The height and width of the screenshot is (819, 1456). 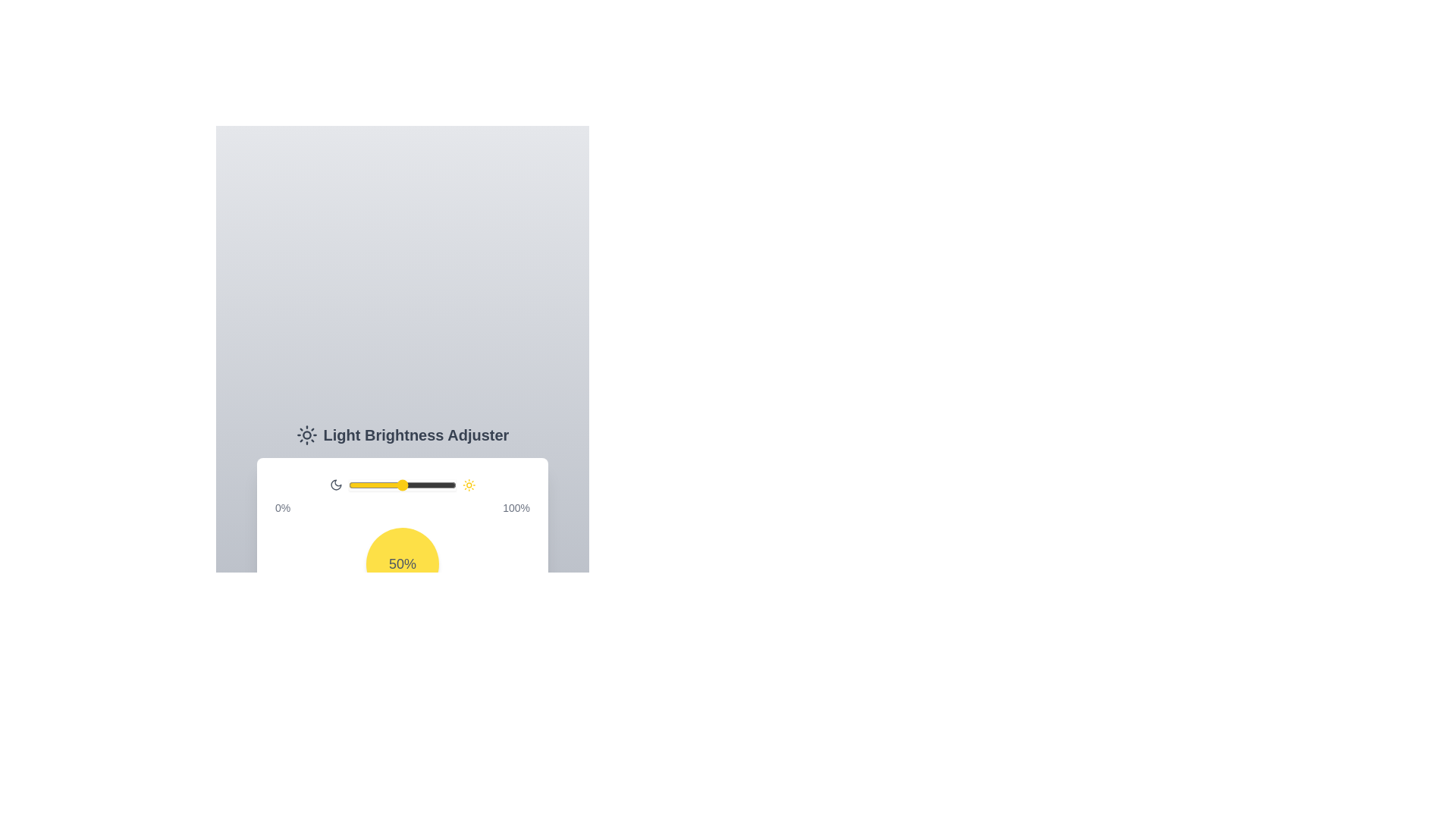 I want to click on the moon icon to toggle its state, so click(x=335, y=485).